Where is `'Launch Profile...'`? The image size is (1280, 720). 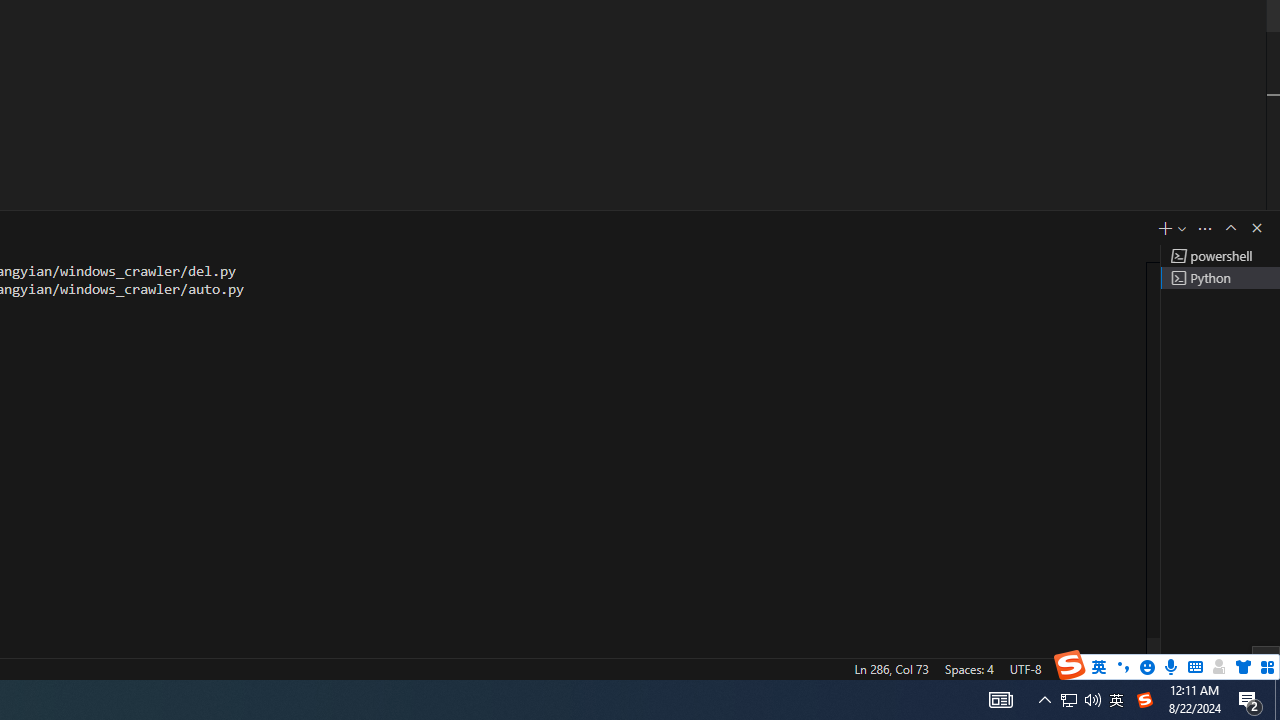
'Launch Profile...' is located at coordinates (1182, 227).